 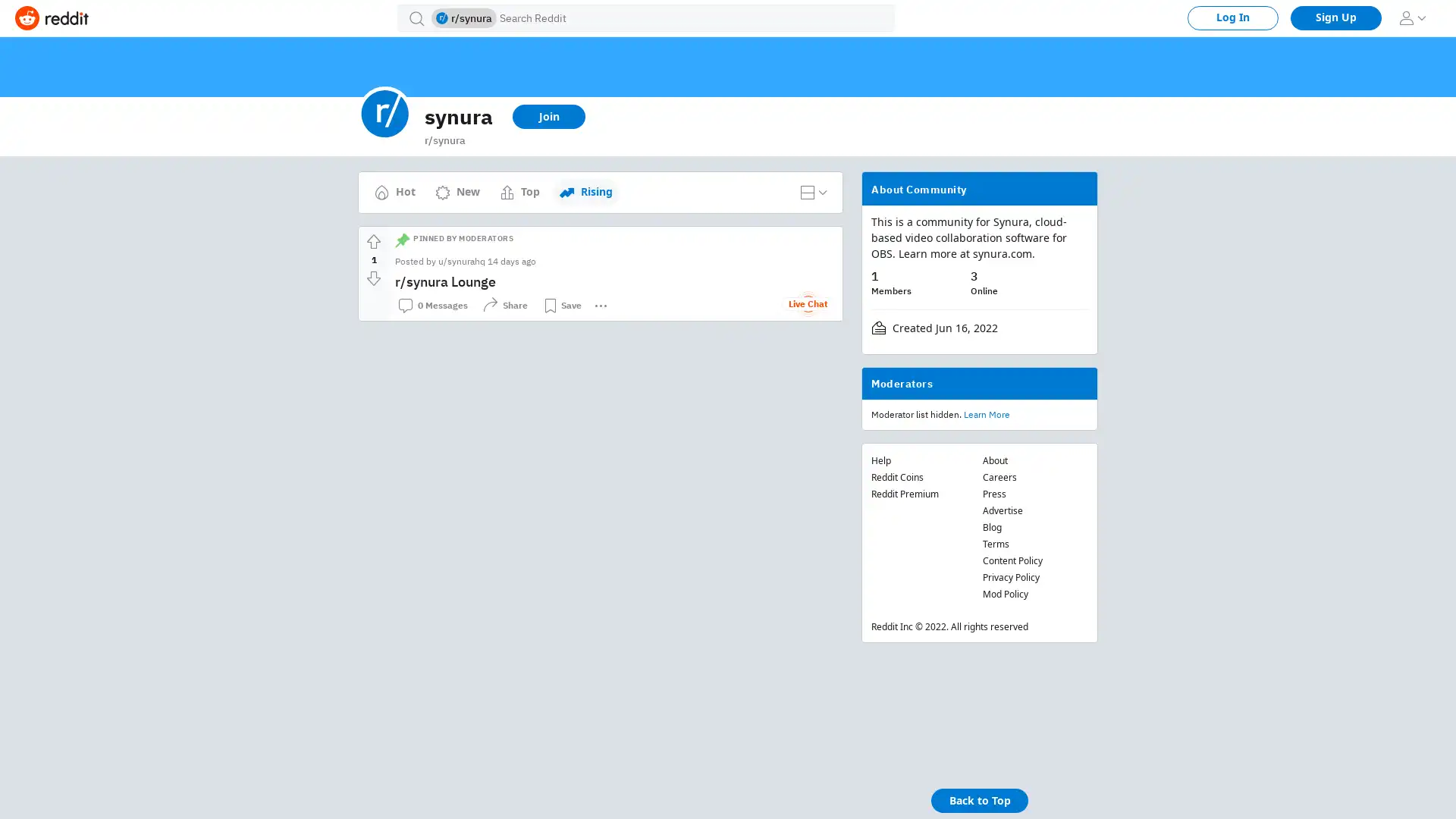 I want to click on upvote, so click(x=374, y=241).